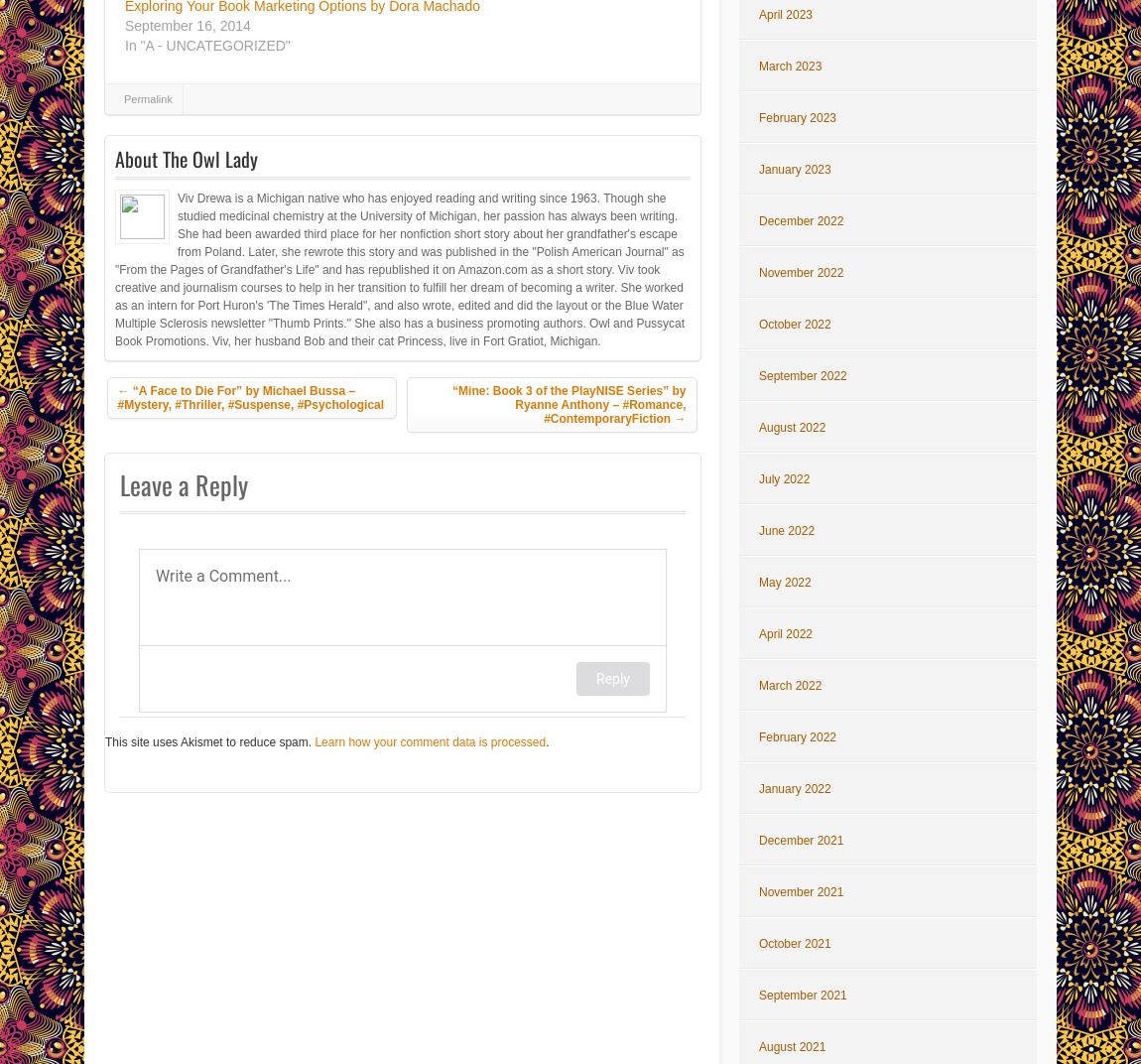  I want to click on 'October 2021', so click(793, 942).